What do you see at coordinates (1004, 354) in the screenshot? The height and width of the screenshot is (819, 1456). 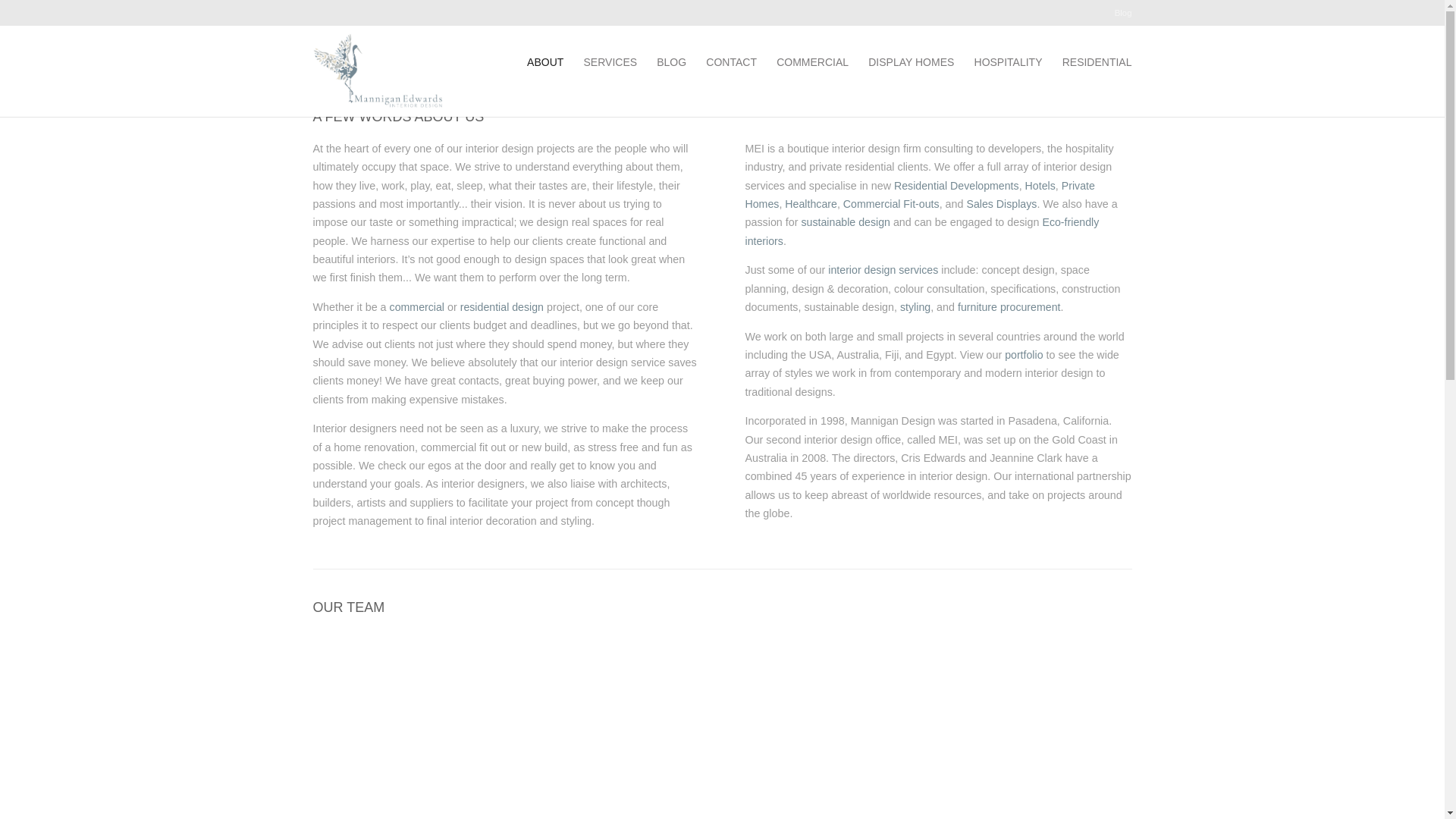 I see `'portfolio'` at bounding box center [1004, 354].